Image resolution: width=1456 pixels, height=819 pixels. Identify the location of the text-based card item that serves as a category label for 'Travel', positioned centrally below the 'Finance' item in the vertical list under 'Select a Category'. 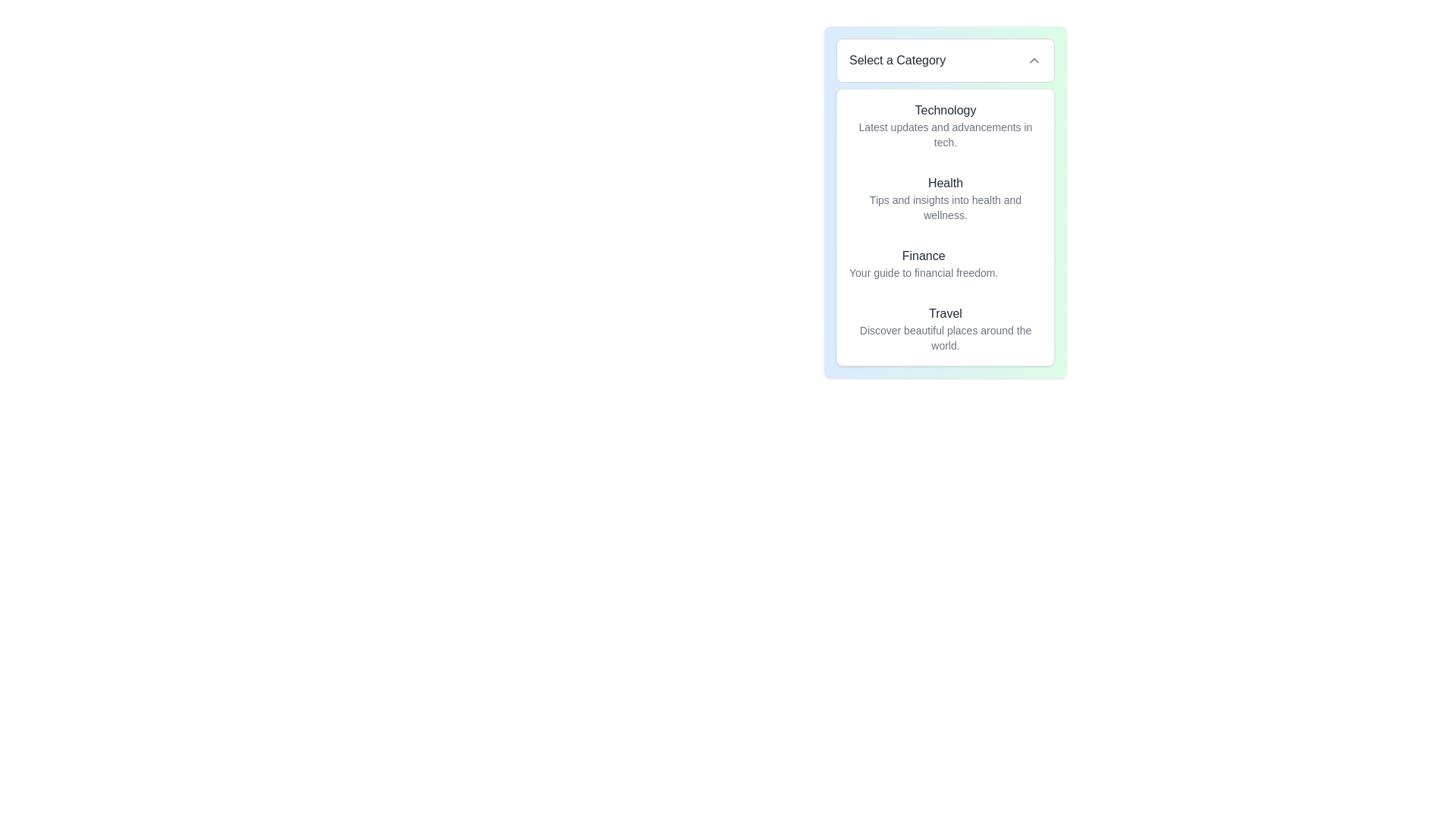
(945, 328).